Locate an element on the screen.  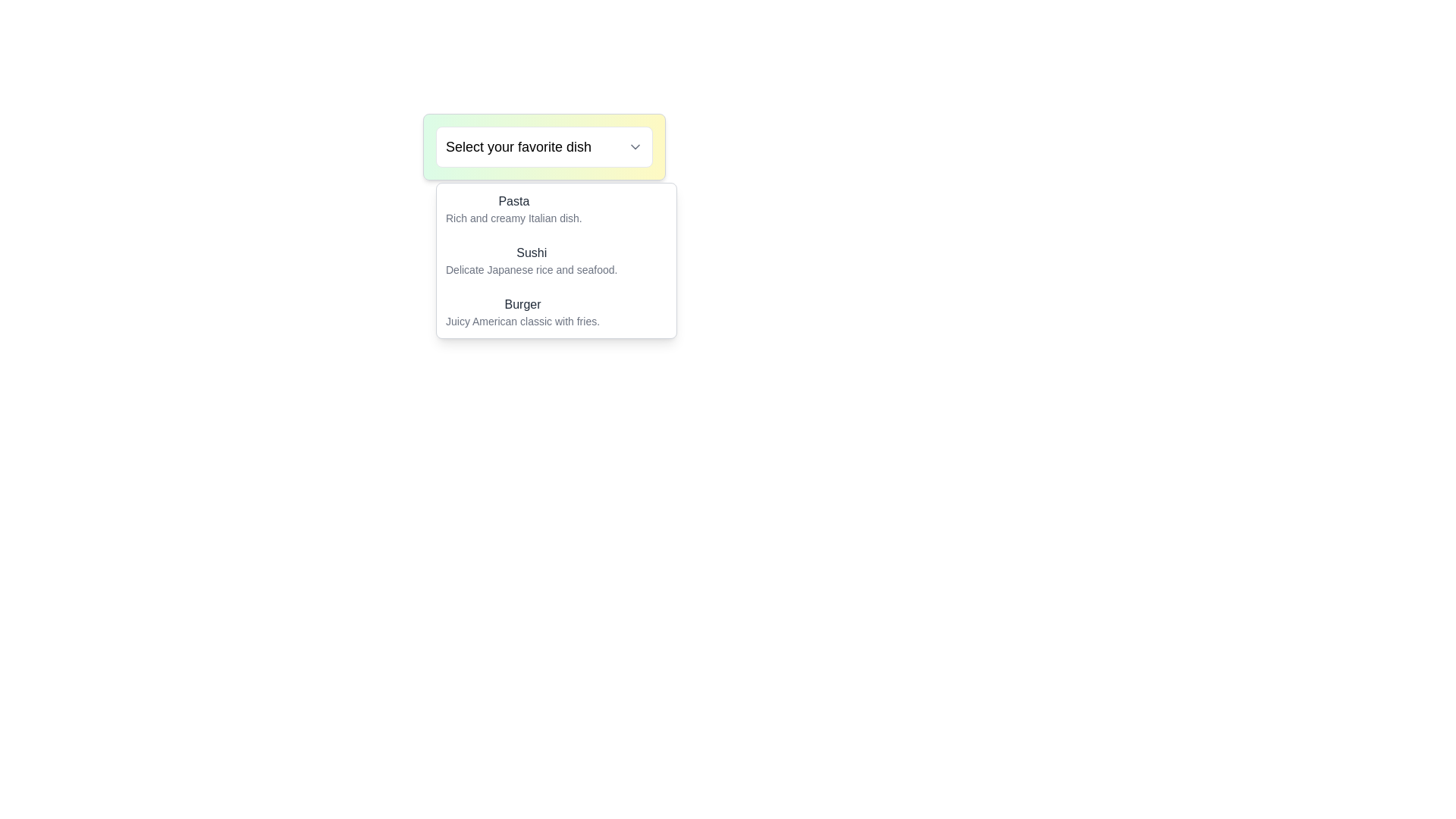
the dropdown trigger with the text 'Select your favorite dish' is located at coordinates (544, 146).